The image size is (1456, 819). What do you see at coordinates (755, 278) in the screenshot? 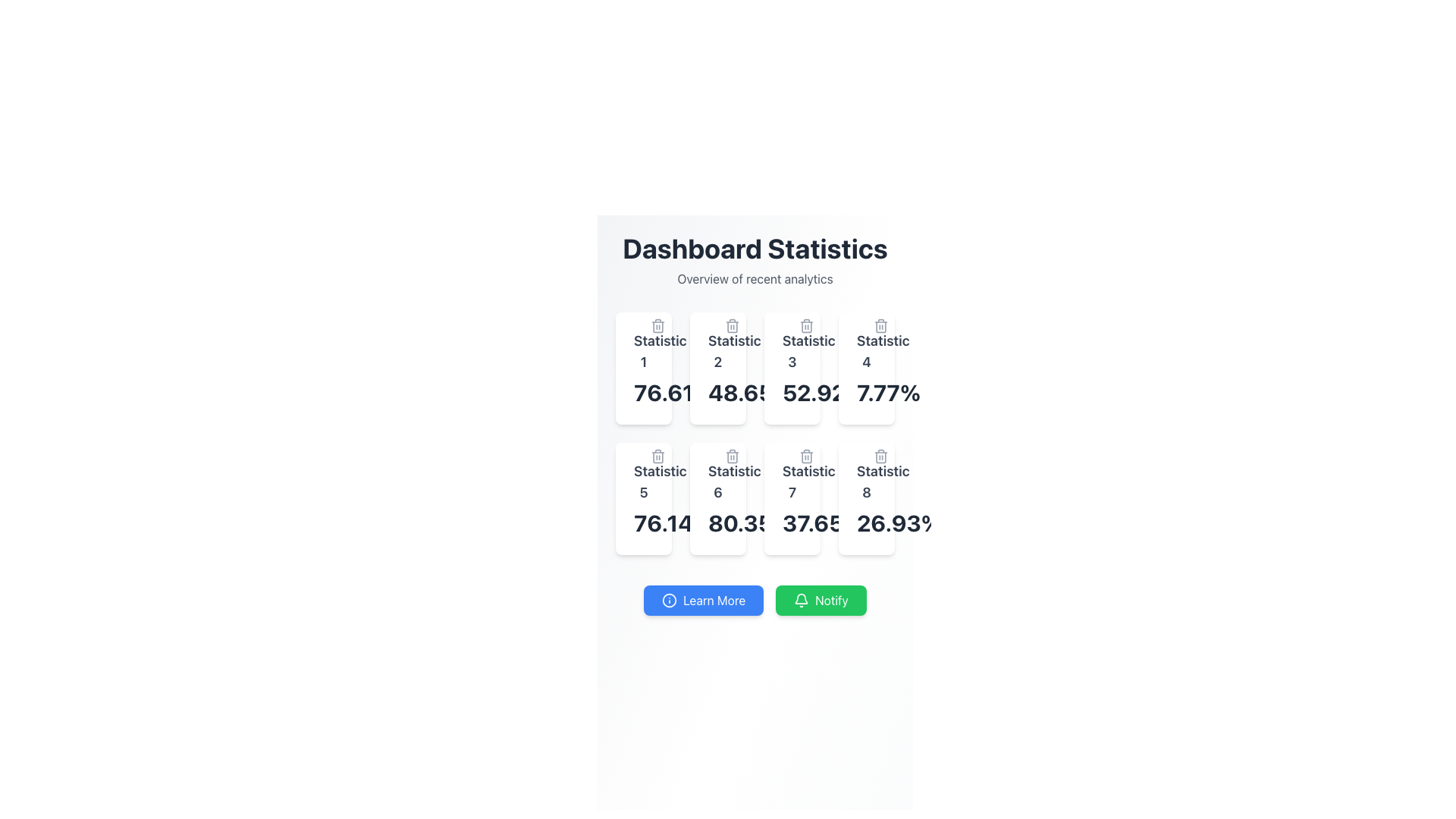
I see `the text label displaying 'Overview of recent analytics', which is centrally aligned below the title 'Dashboard Statistics'` at bounding box center [755, 278].